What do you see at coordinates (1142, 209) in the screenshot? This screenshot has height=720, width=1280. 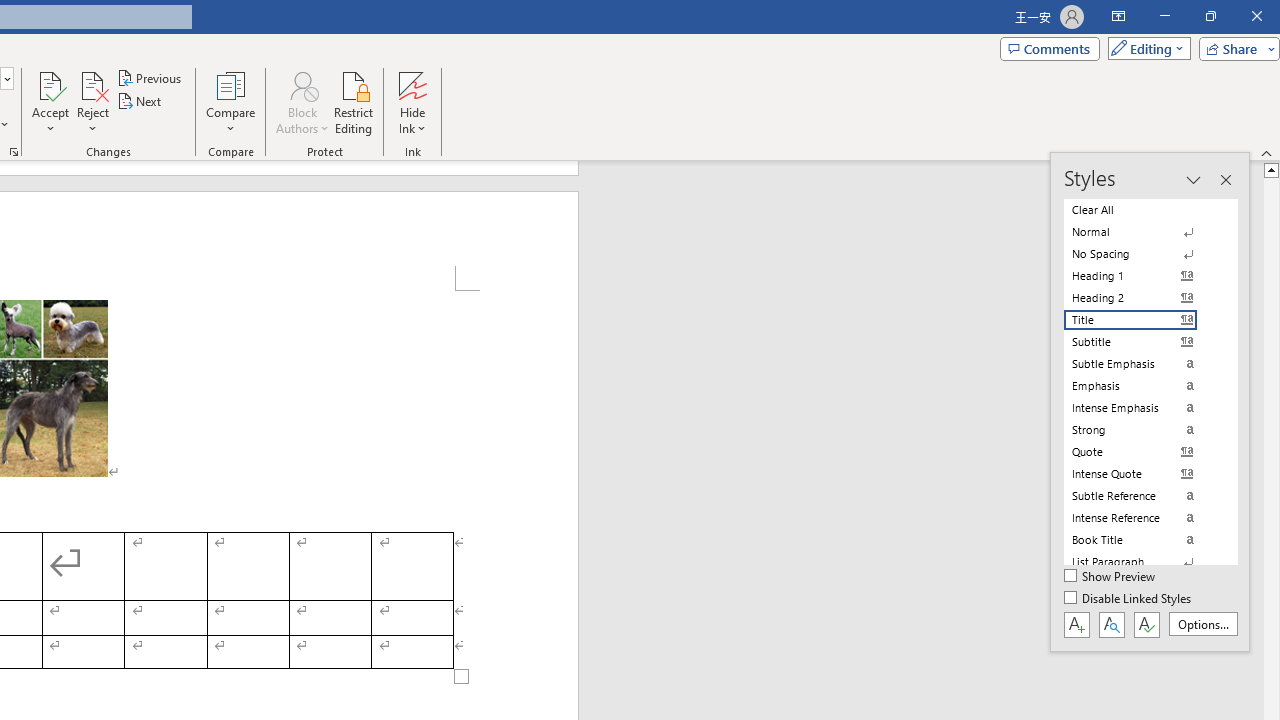 I see `'Clear All'` at bounding box center [1142, 209].